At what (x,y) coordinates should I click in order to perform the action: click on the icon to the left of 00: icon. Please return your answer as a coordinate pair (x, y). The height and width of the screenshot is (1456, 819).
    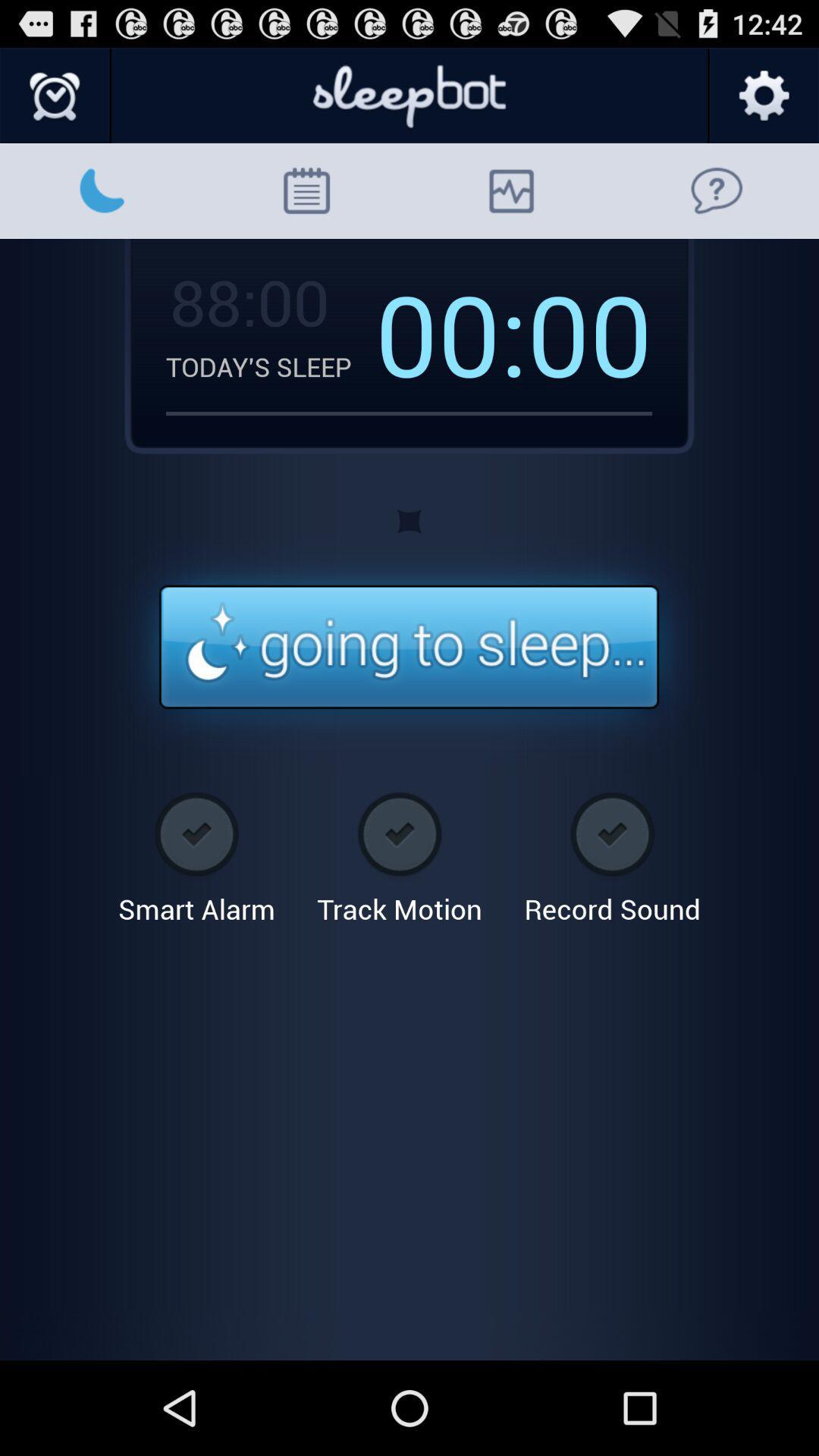
    Looking at the image, I should click on (270, 366).